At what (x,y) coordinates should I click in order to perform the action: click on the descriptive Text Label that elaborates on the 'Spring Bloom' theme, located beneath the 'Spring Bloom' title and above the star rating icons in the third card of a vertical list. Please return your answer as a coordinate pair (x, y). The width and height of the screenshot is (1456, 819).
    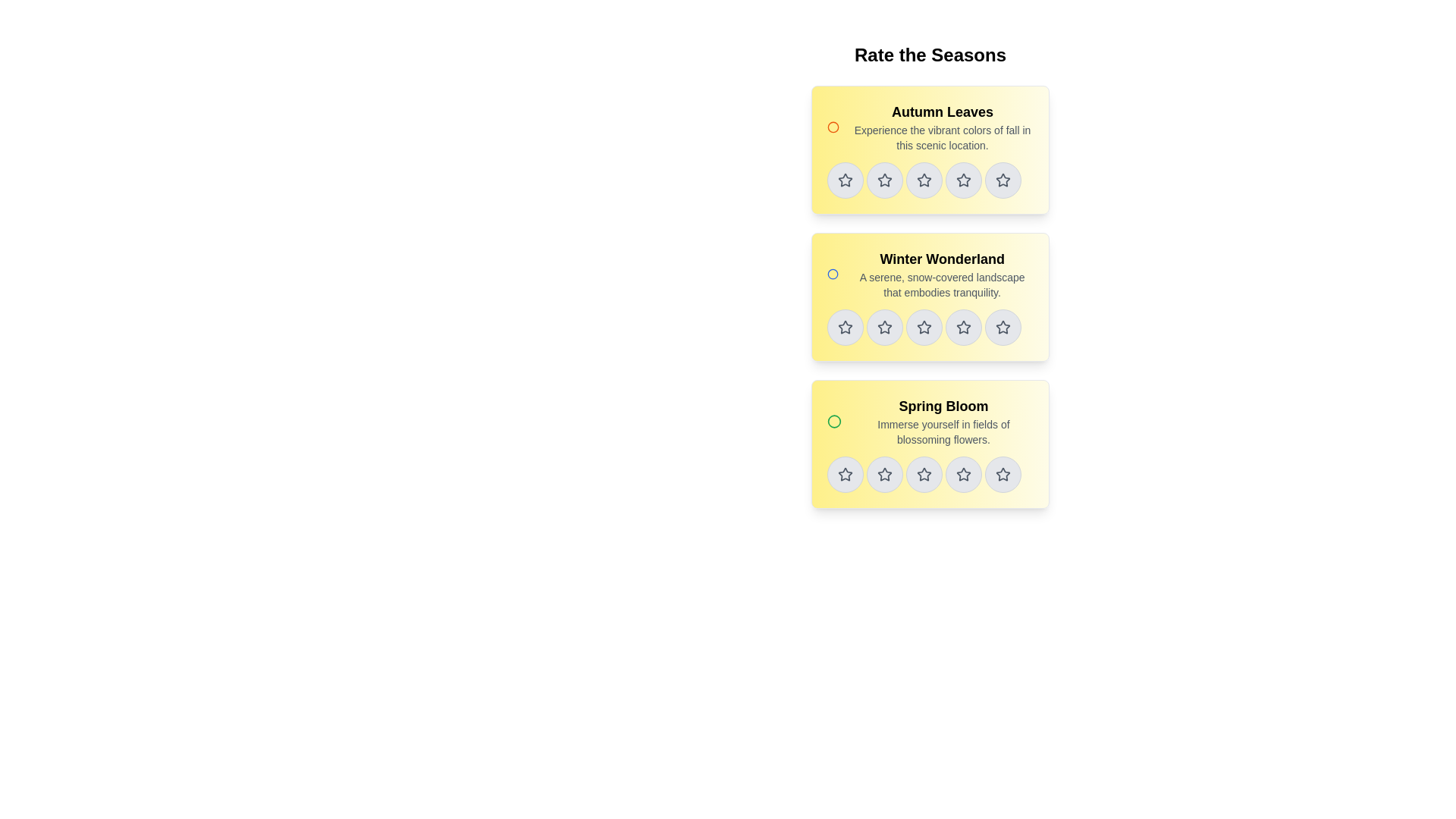
    Looking at the image, I should click on (943, 432).